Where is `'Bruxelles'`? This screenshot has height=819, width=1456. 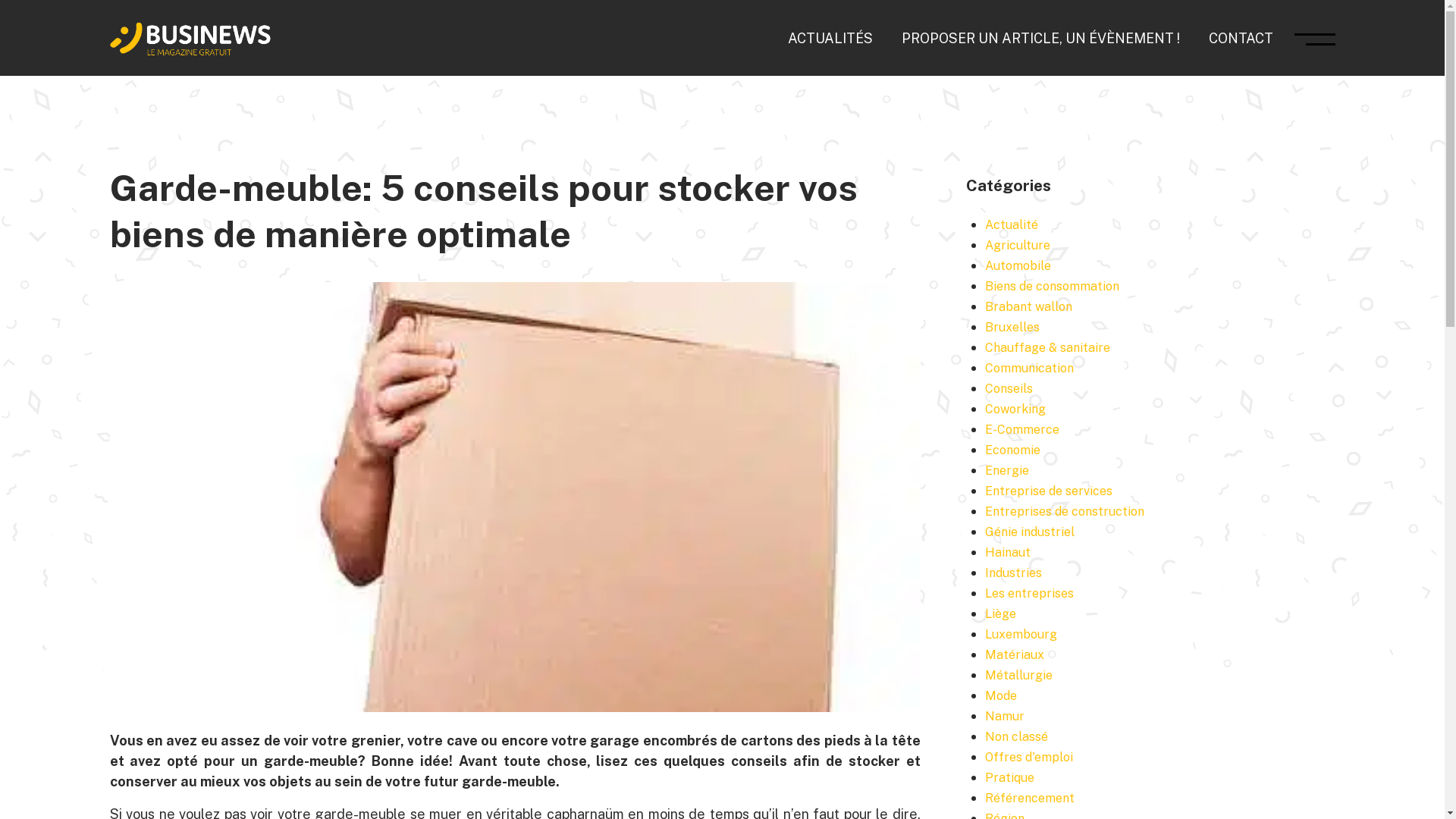
'Bruxelles' is located at coordinates (985, 326).